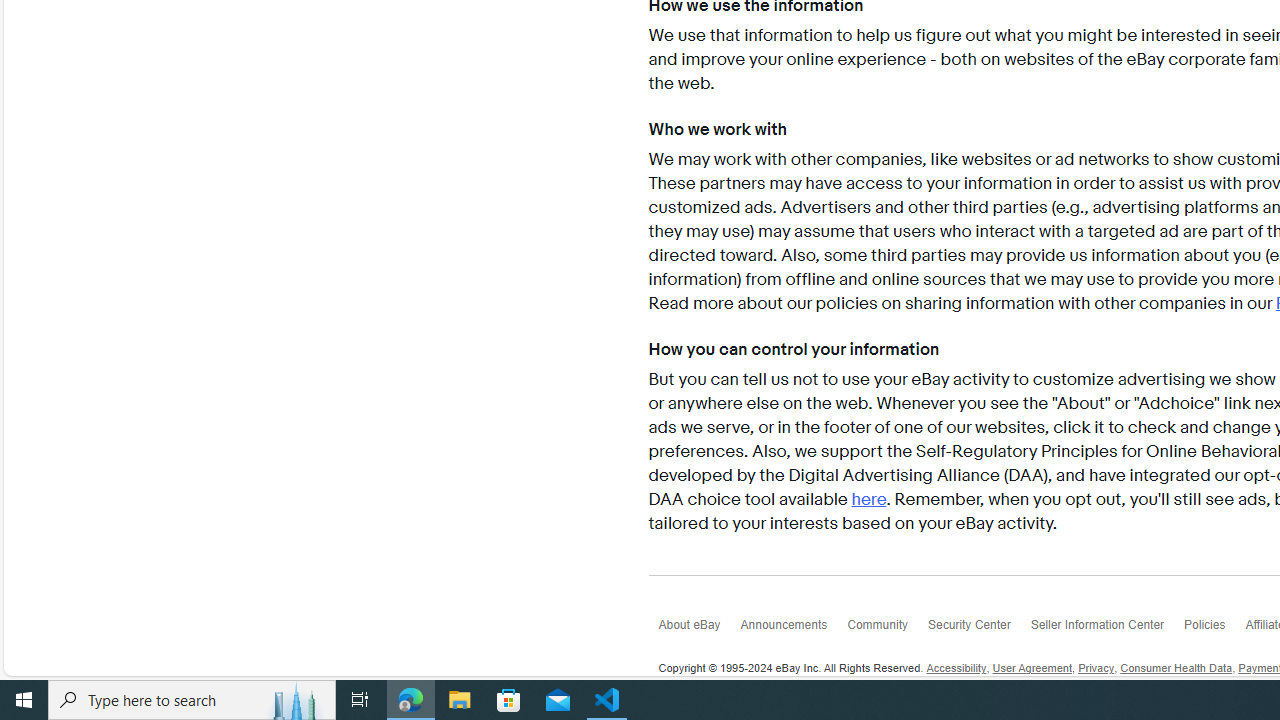 The height and width of the screenshot is (720, 1280). What do you see at coordinates (869, 499) in the screenshot?
I see `'here'` at bounding box center [869, 499].